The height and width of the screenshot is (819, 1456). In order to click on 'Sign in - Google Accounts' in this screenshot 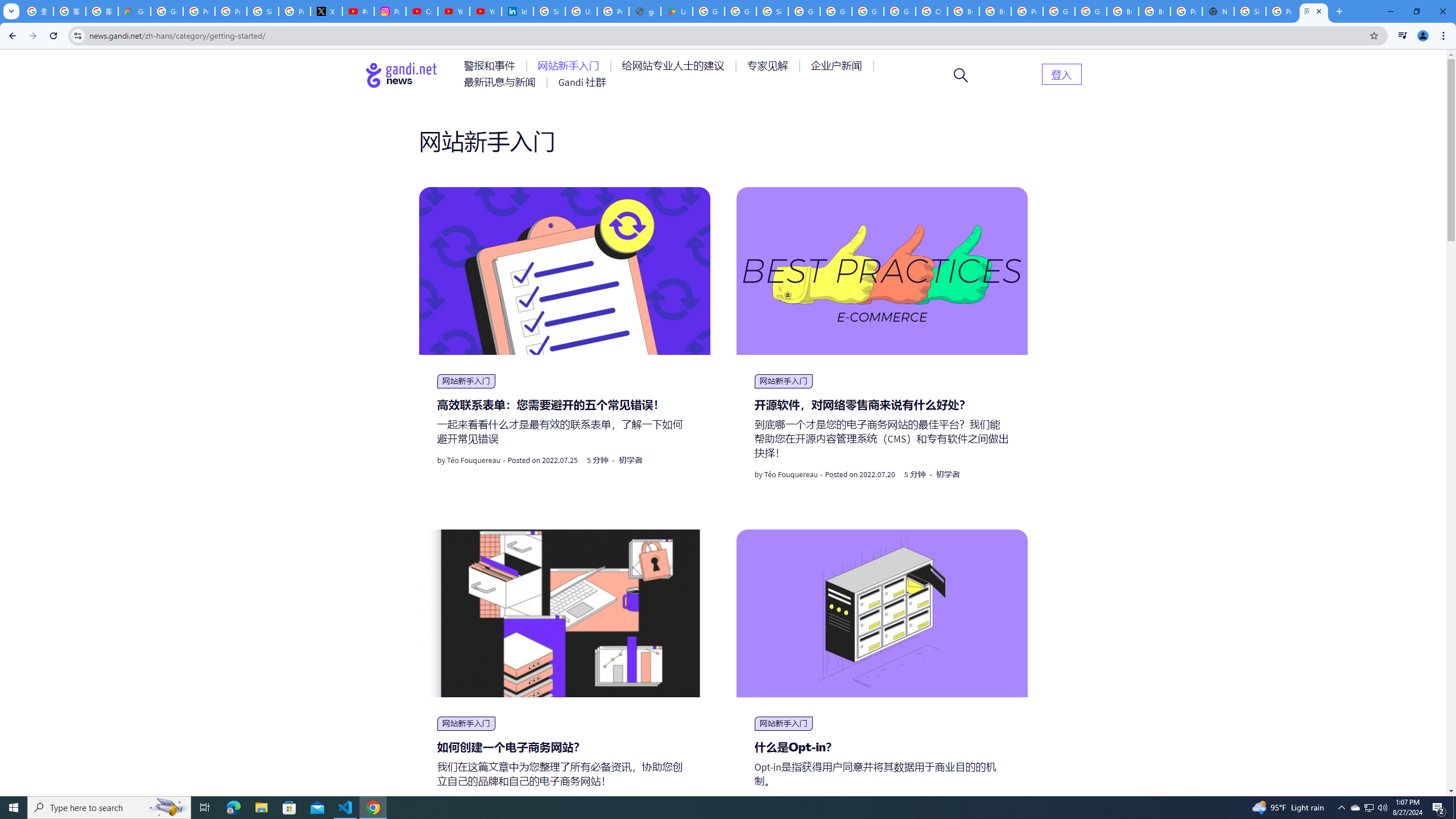, I will do `click(1250, 11)`.